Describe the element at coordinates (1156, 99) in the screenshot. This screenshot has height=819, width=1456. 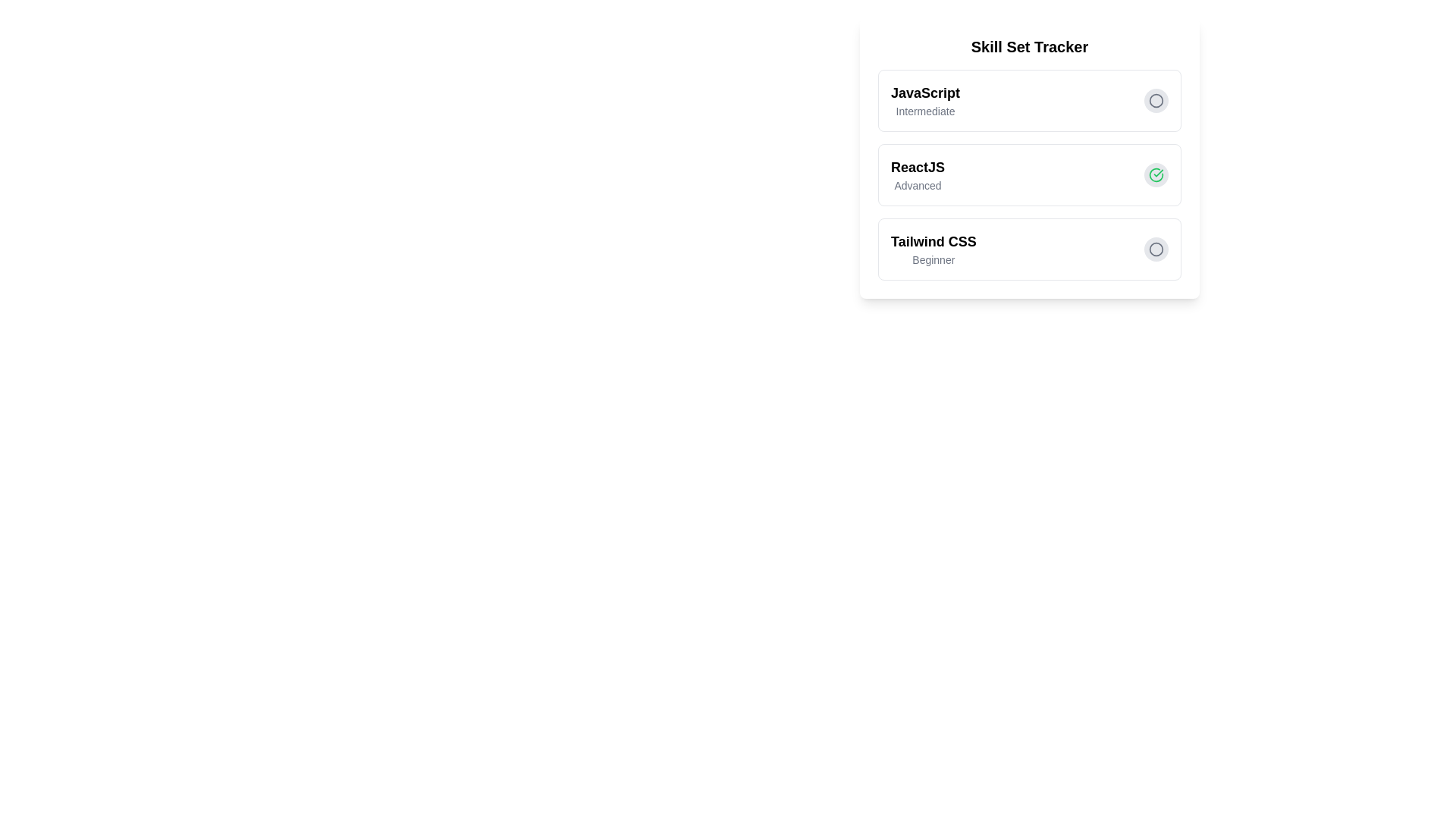
I see `the Circular Indicator for 'Tailwind CSS - Beginner' in the skills list, which is a gray-toned progress indicator aligned to the right side of the item's row` at that location.